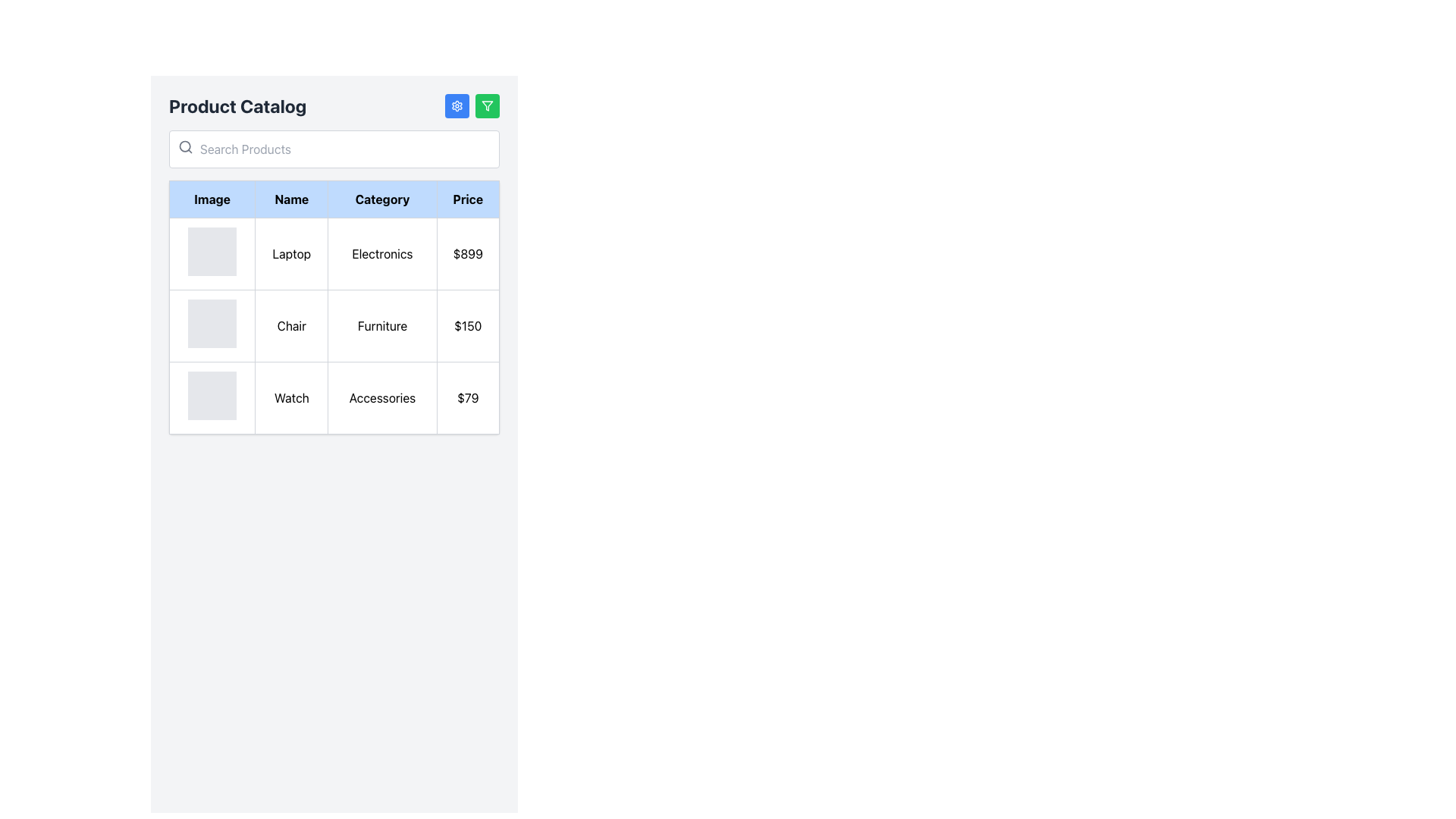 Image resolution: width=1456 pixels, height=819 pixels. What do you see at coordinates (291, 198) in the screenshot?
I see `the 'Name' table header cell, which has a light blue background and bold centered black text` at bounding box center [291, 198].